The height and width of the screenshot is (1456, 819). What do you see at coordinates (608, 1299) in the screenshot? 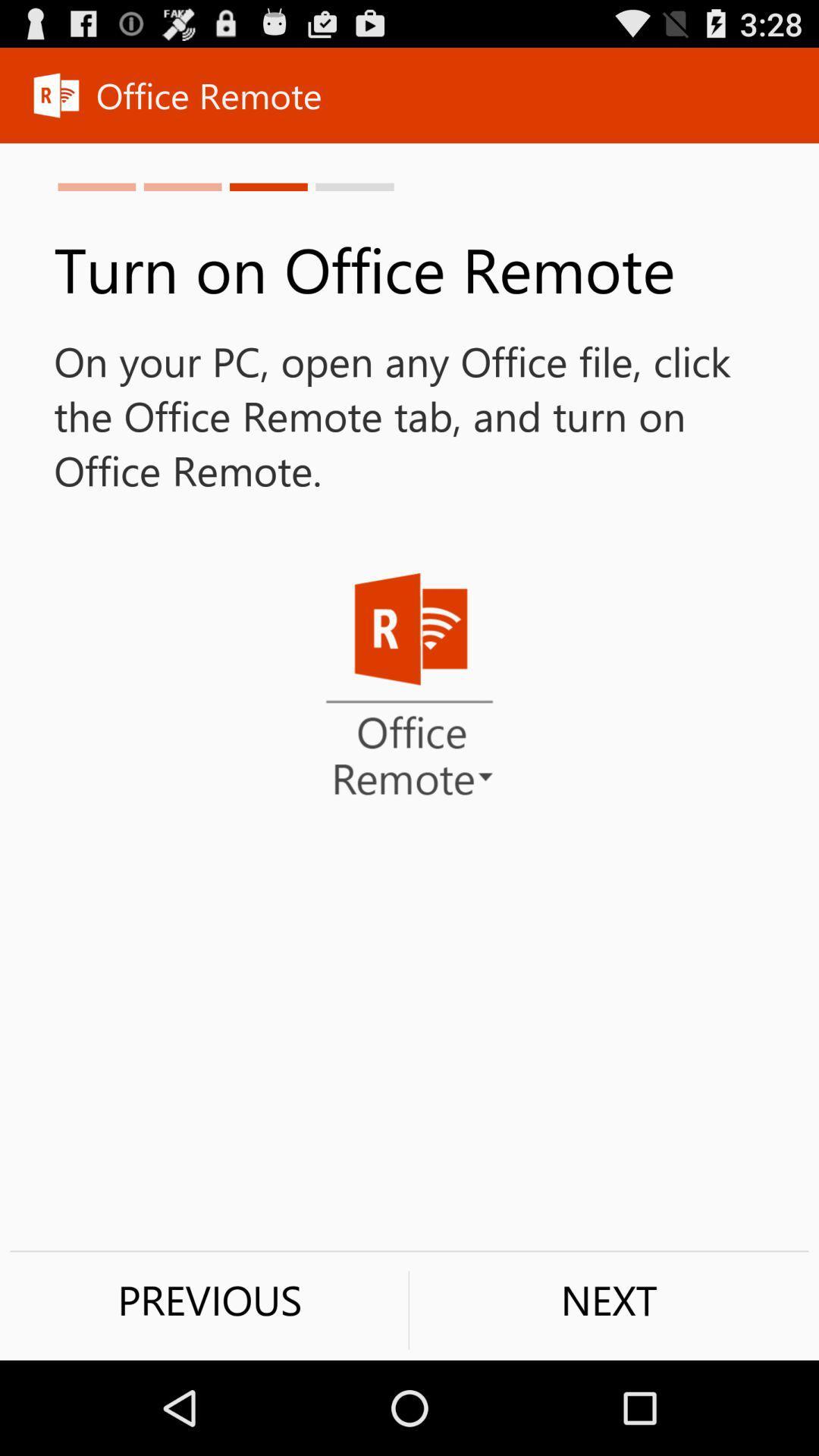
I see `the next` at bounding box center [608, 1299].